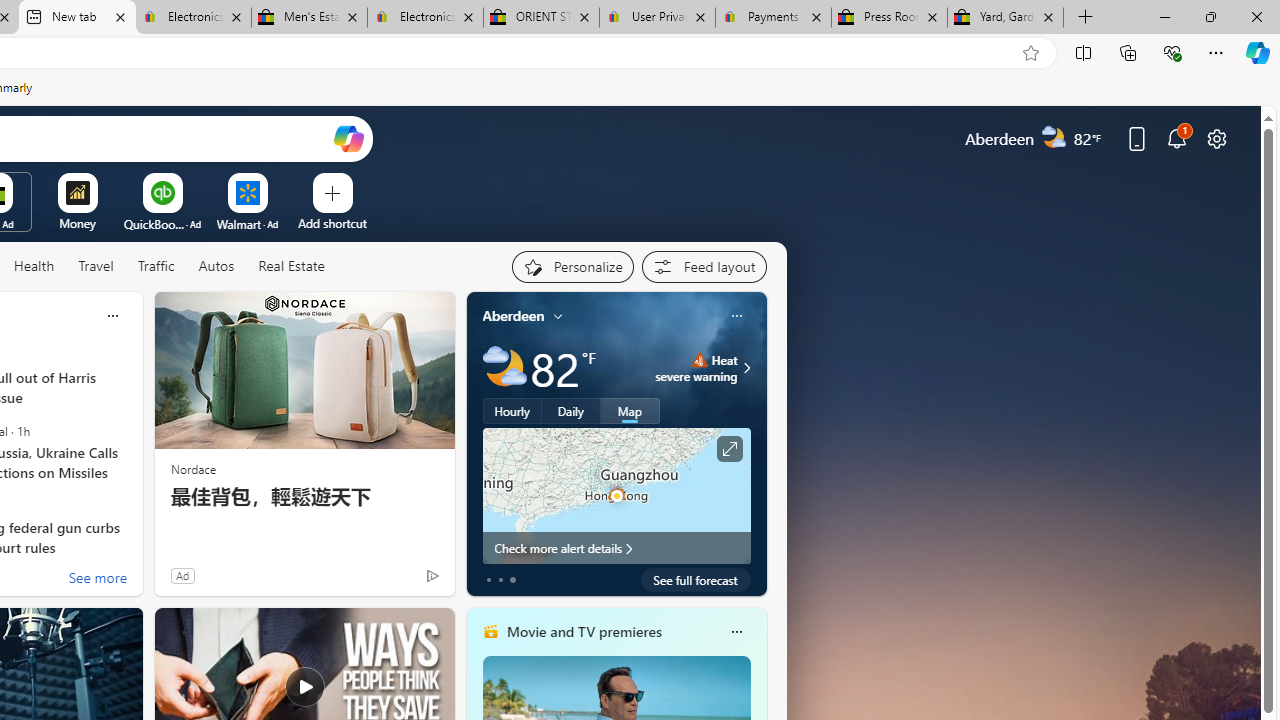 This screenshot has height=720, width=1280. Describe the element at coordinates (1215, 137) in the screenshot. I see `'Page settings'` at that location.